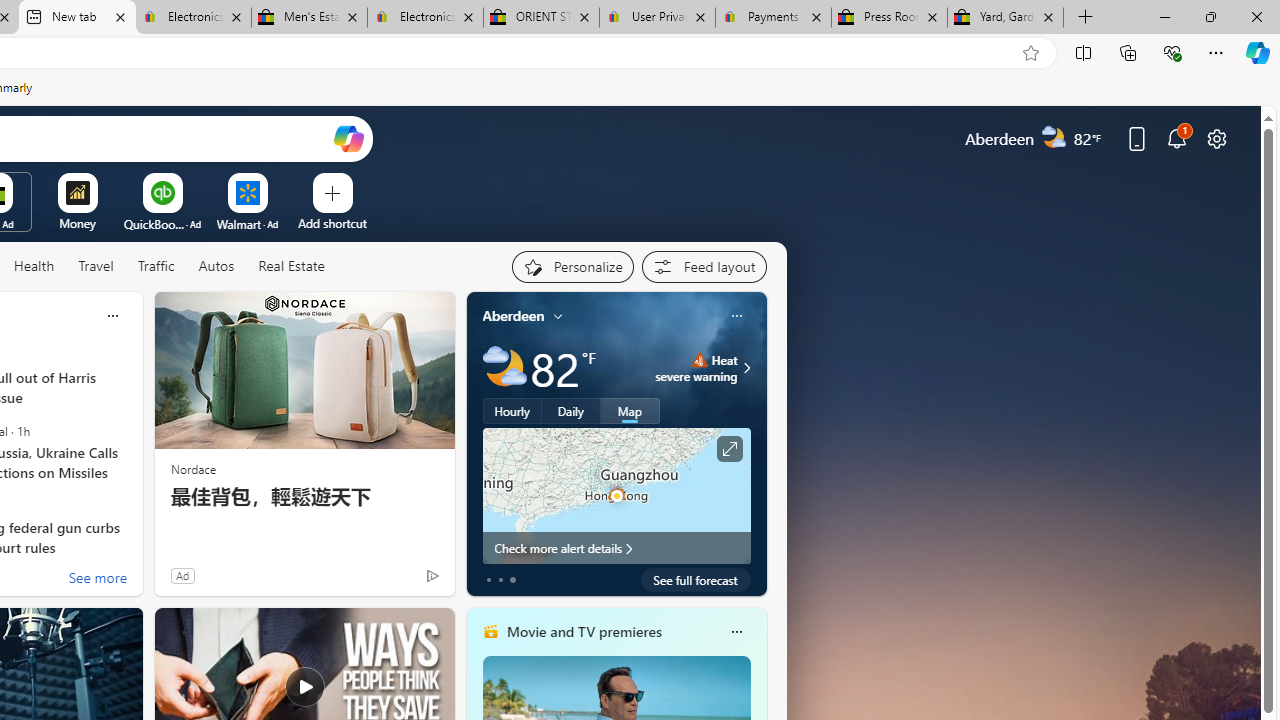 This screenshot has height=720, width=1280. Describe the element at coordinates (1215, 137) in the screenshot. I see `'Page settings'` at that location.